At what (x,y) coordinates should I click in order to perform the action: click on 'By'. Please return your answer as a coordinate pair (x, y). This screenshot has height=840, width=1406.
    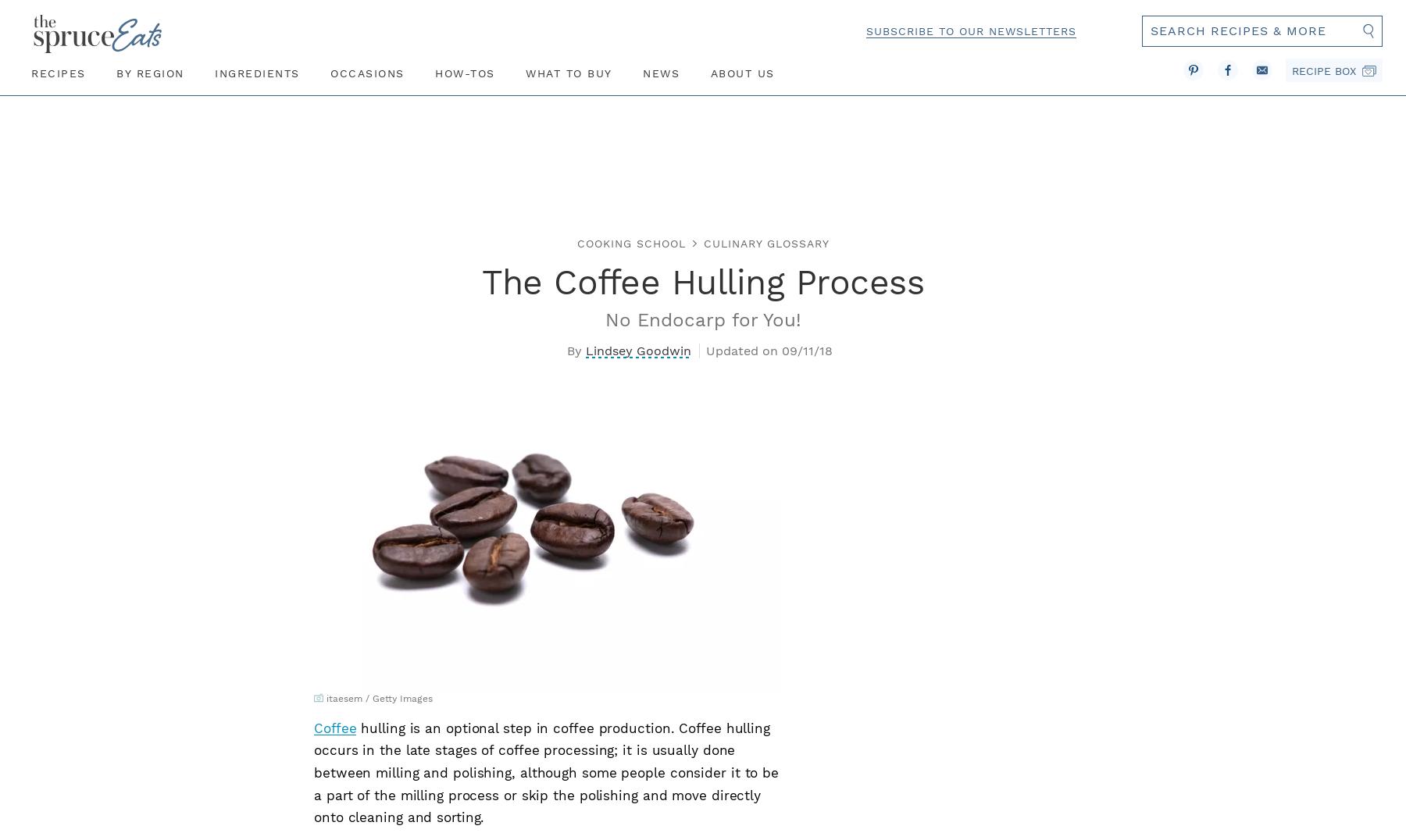
    Looking at the image, I should click on (573, 350).